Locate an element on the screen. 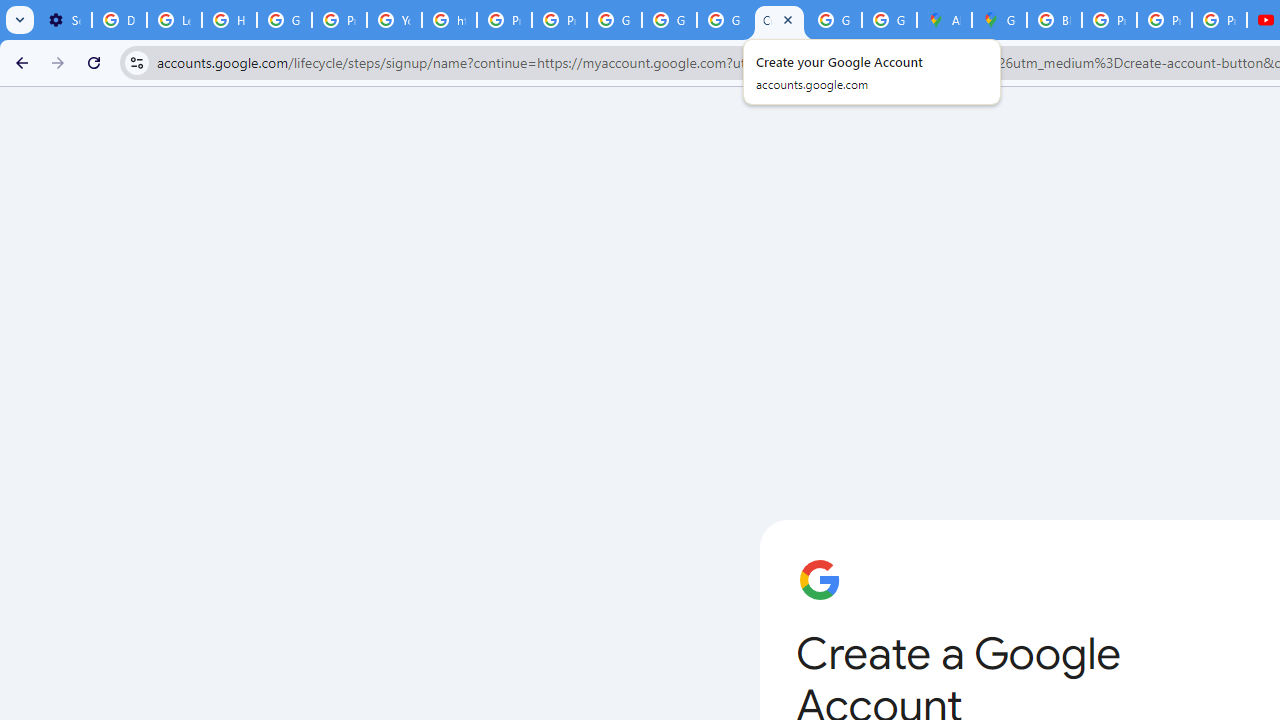 Image resolution: width=1280 pixels, height=720 pixels. 'Blogger Policies and Guidelines - Transparency Center' is located at coordinates (1053, 20).